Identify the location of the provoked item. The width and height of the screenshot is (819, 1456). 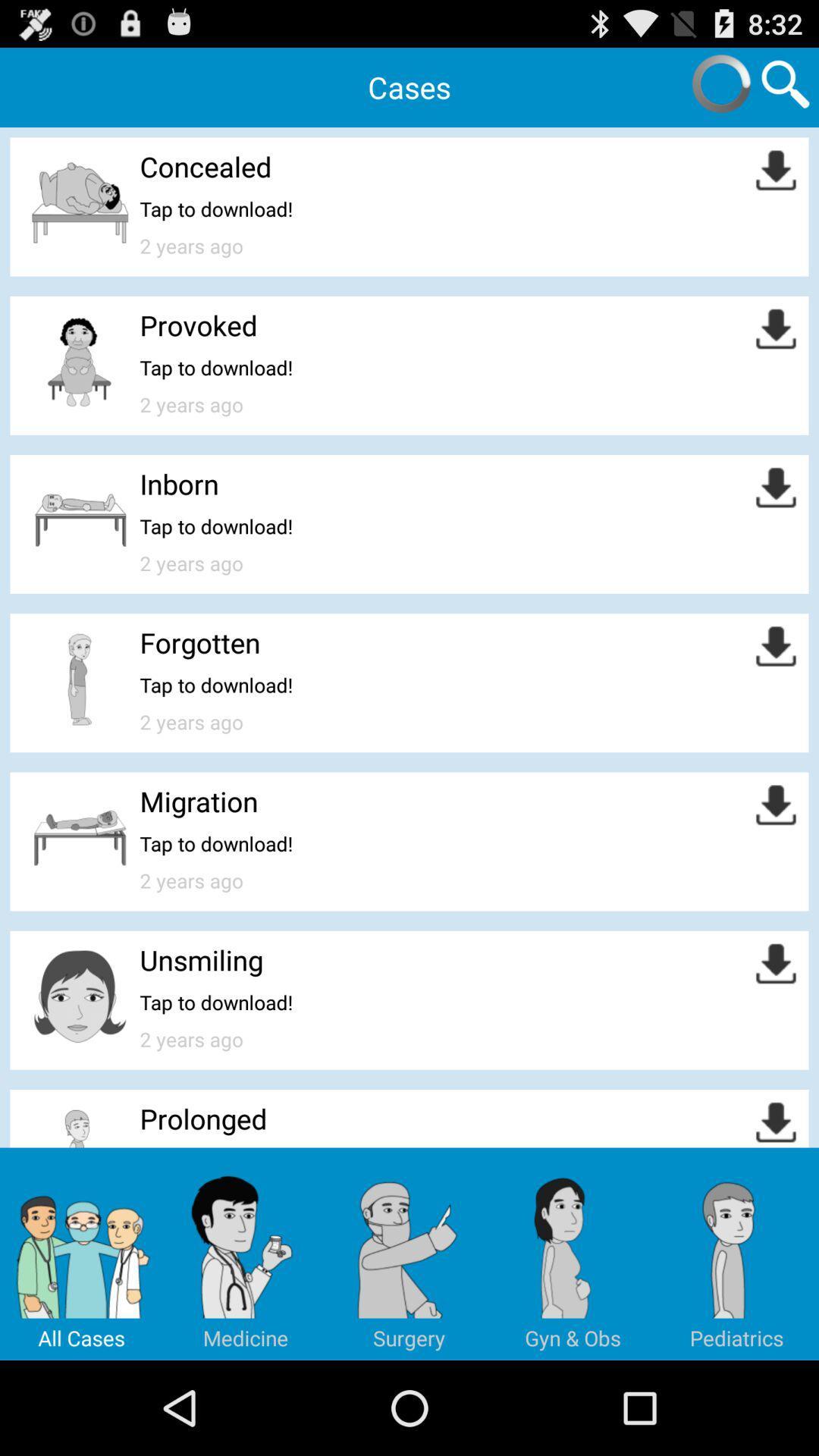
(198, 324).